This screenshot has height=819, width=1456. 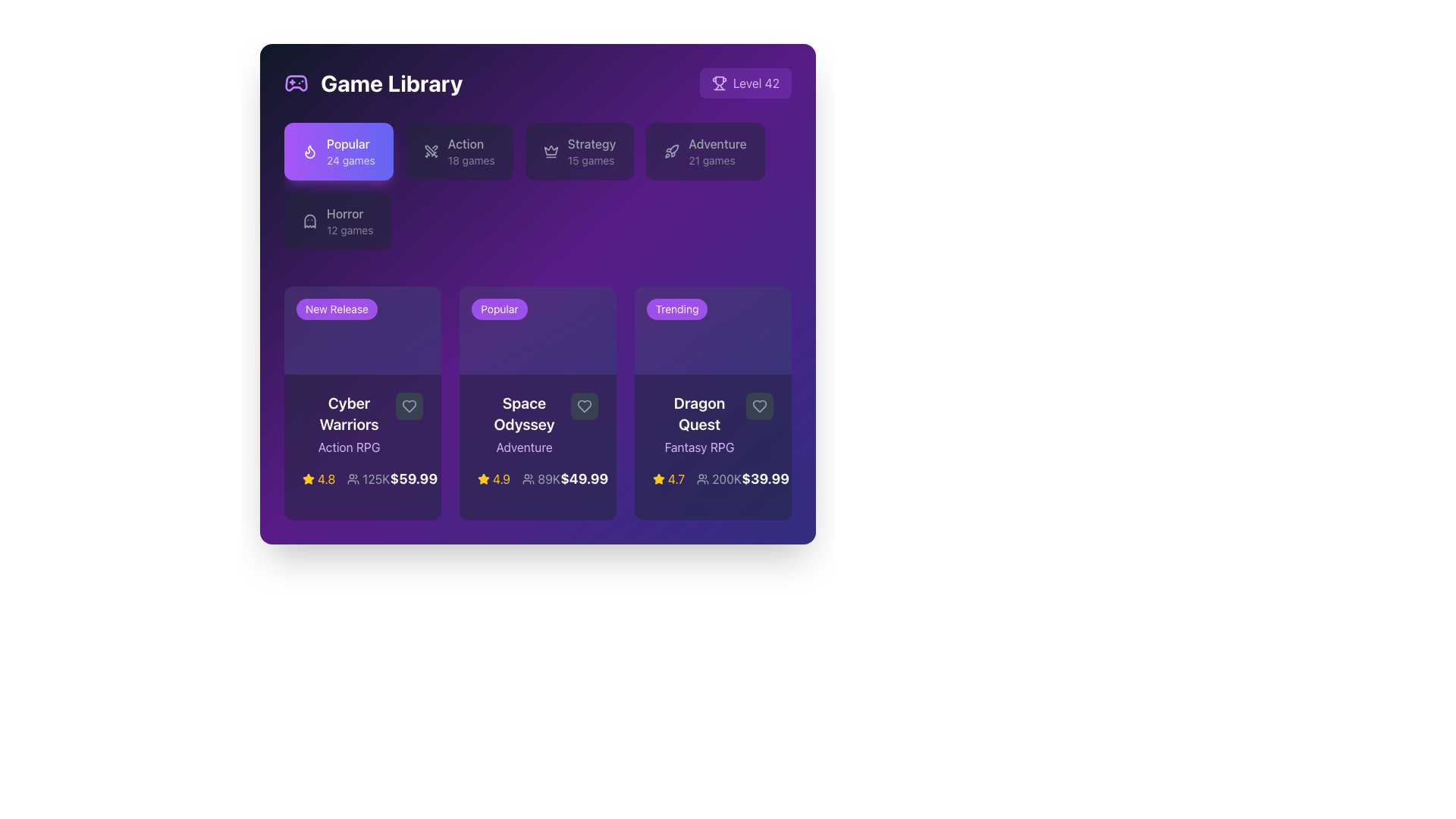 What do you see at coordinates (583, 479) in the screenshot?
I see `the text block displaying the price value '$49.99' located in the lower center of the middle game card for 'Space Odyssey'` at bounding box center [583, 479].